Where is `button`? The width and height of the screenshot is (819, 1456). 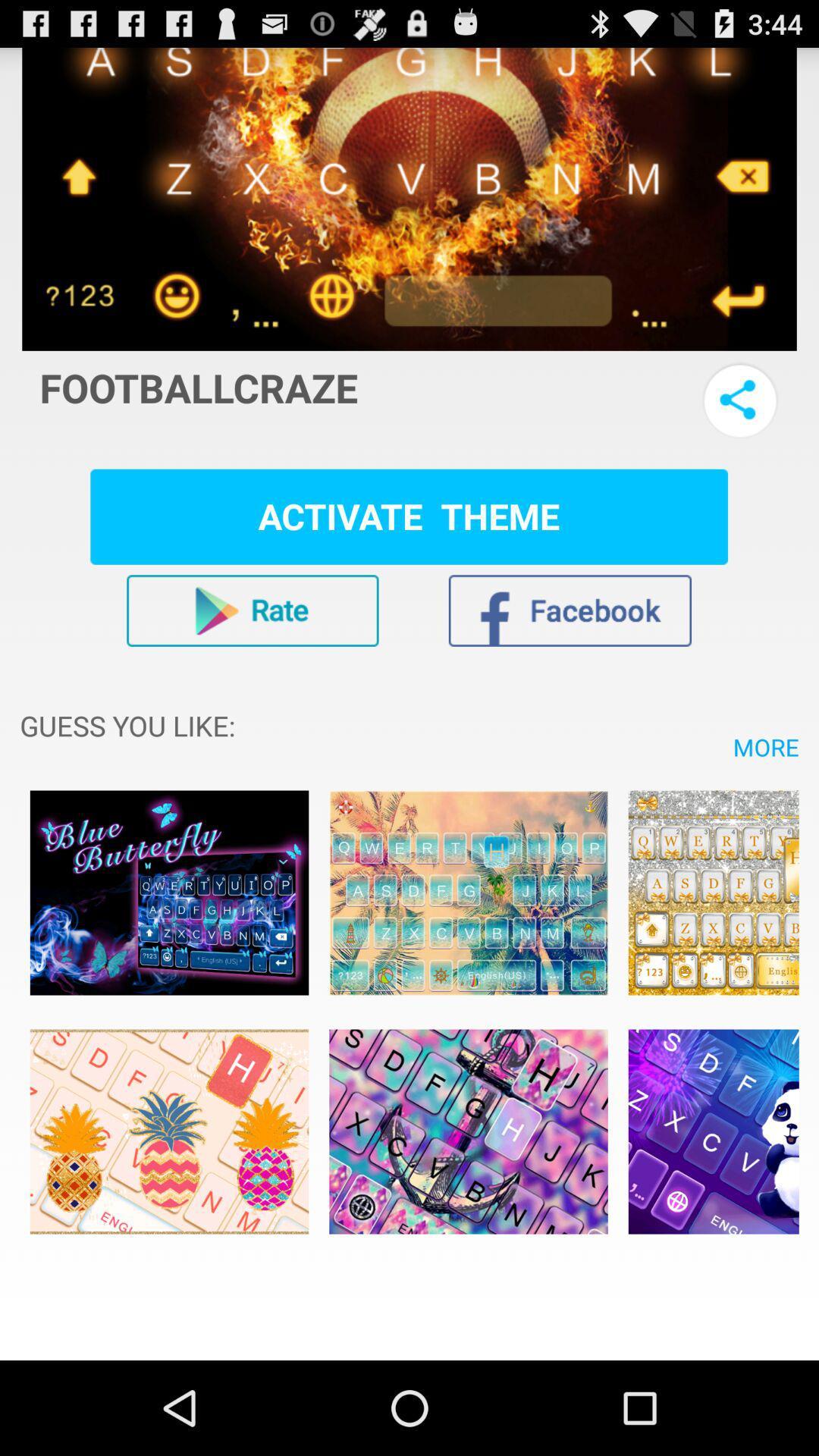
button is located at coordinates (252, 610).